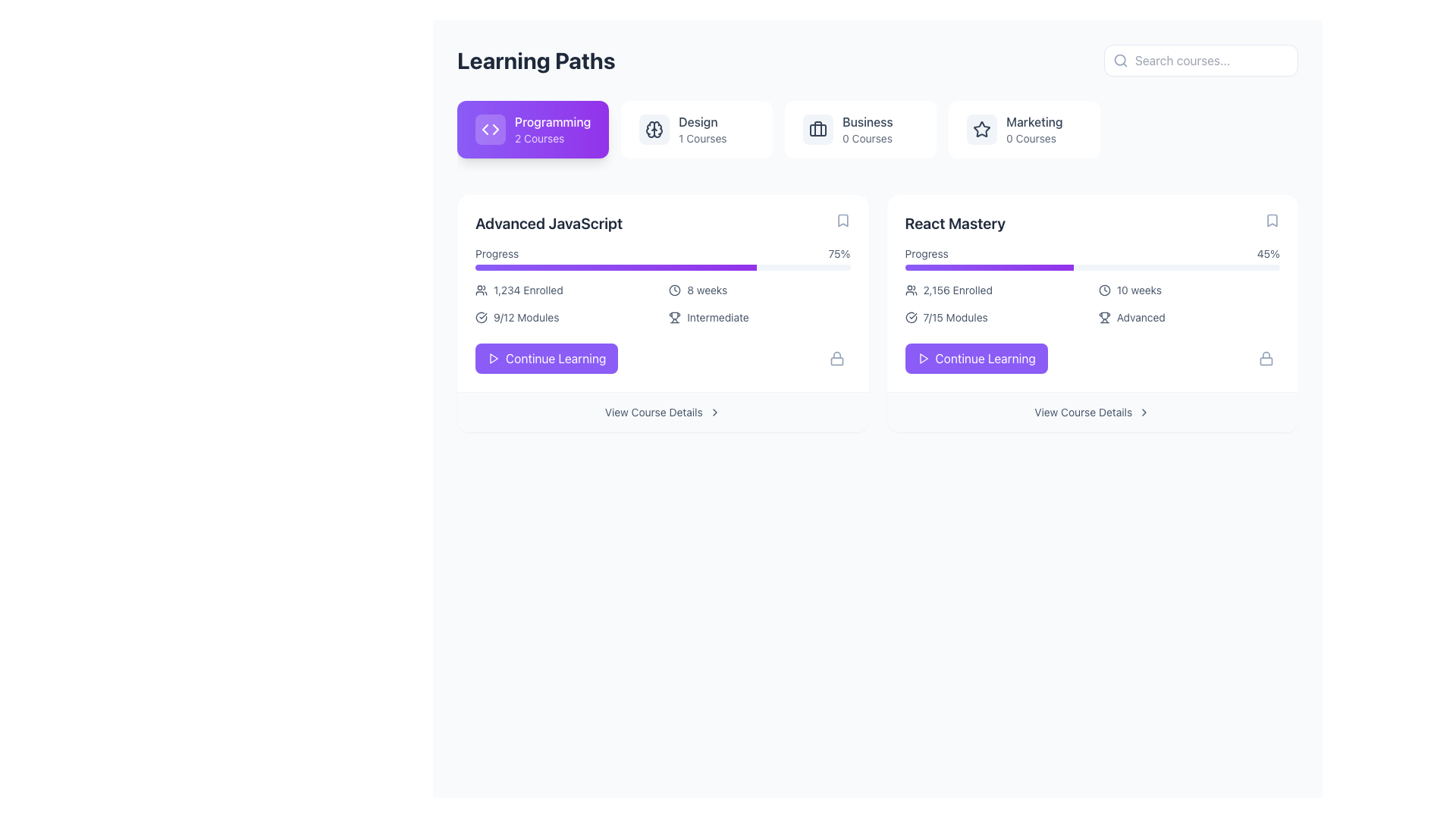 Image resolution: width=1456 pixels, height=819 pixels. Describe the element at coordinates (1104, 317) in the screenshot. I see `the trophy-shaped SVG icon located within the 'Advanced' text label at the bottom right of the 'React Mastery' card` at that location.